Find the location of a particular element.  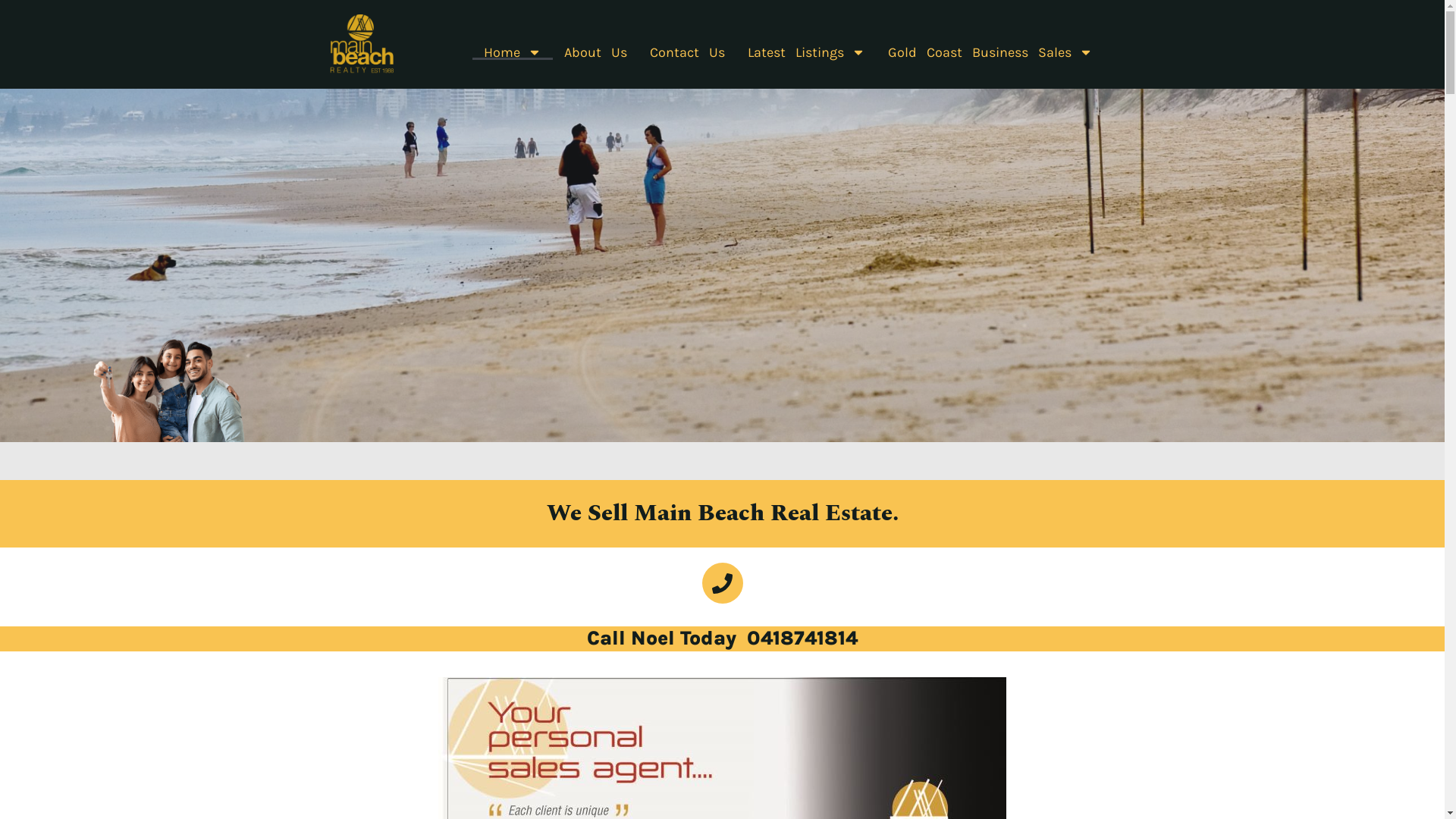

'Latest Listings' is located at coordinates (736, 52).